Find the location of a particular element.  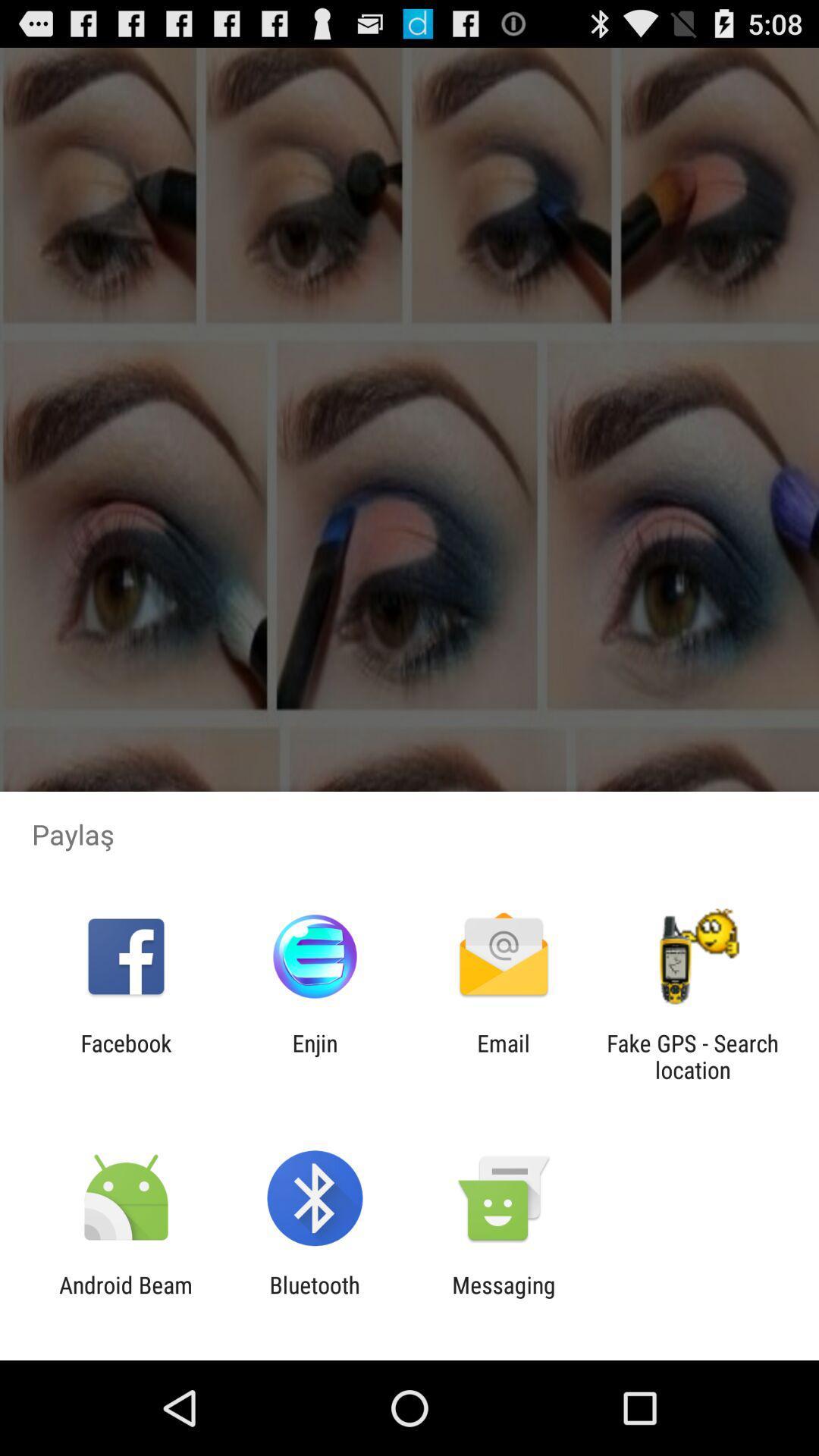

the app next to the fake gps search item is located at coordinates (504, 1056).